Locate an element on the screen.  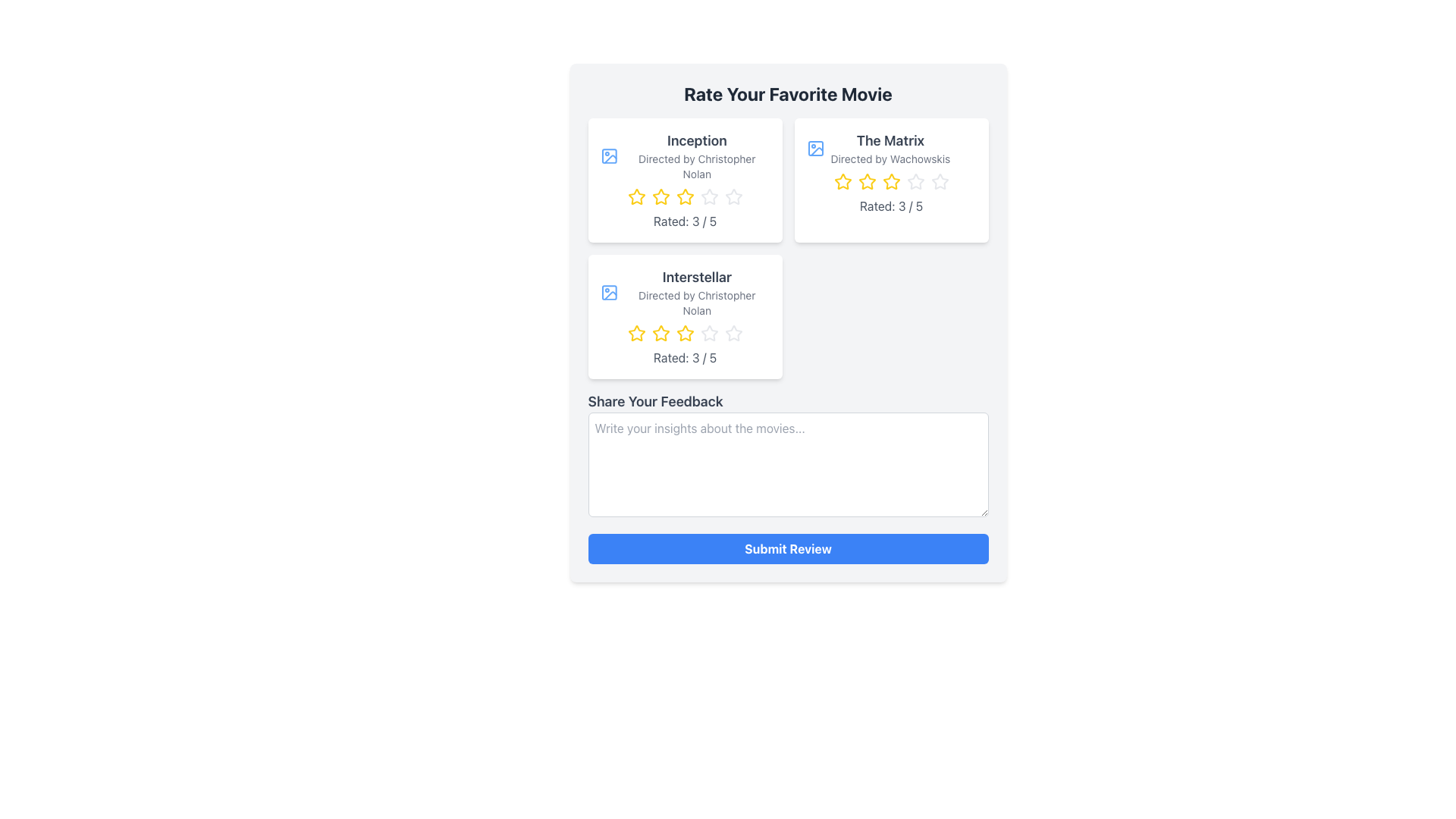
the icon or image placeholder for the movie 'Inception', located at the top-left corner of its card, adjacent to the title and description is located at coordinates (609, 155).